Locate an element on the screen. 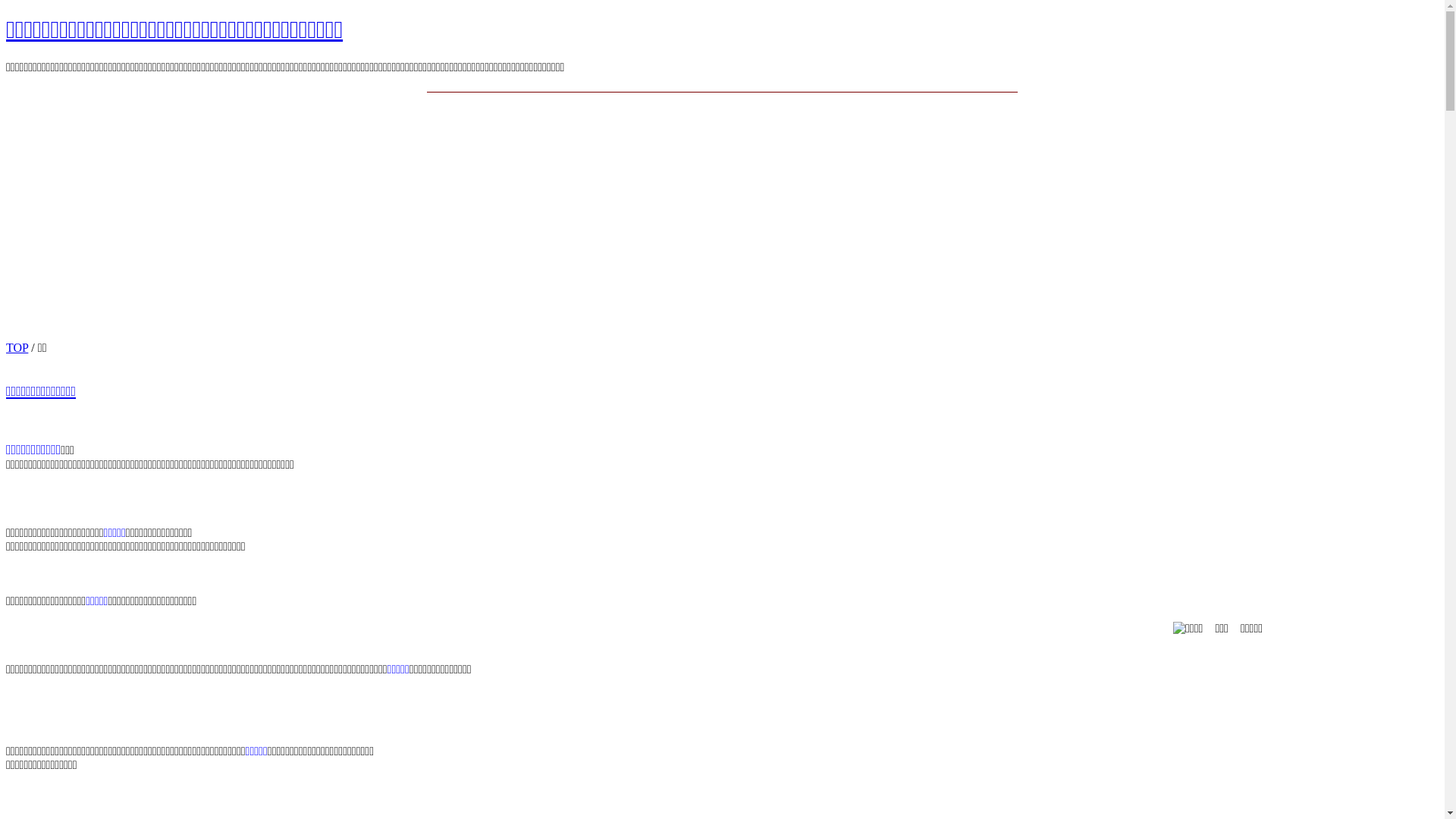 Image resolution: width=1456 pixels, height=819 pixels. 'TOP' is located at coordinates (17, 347).